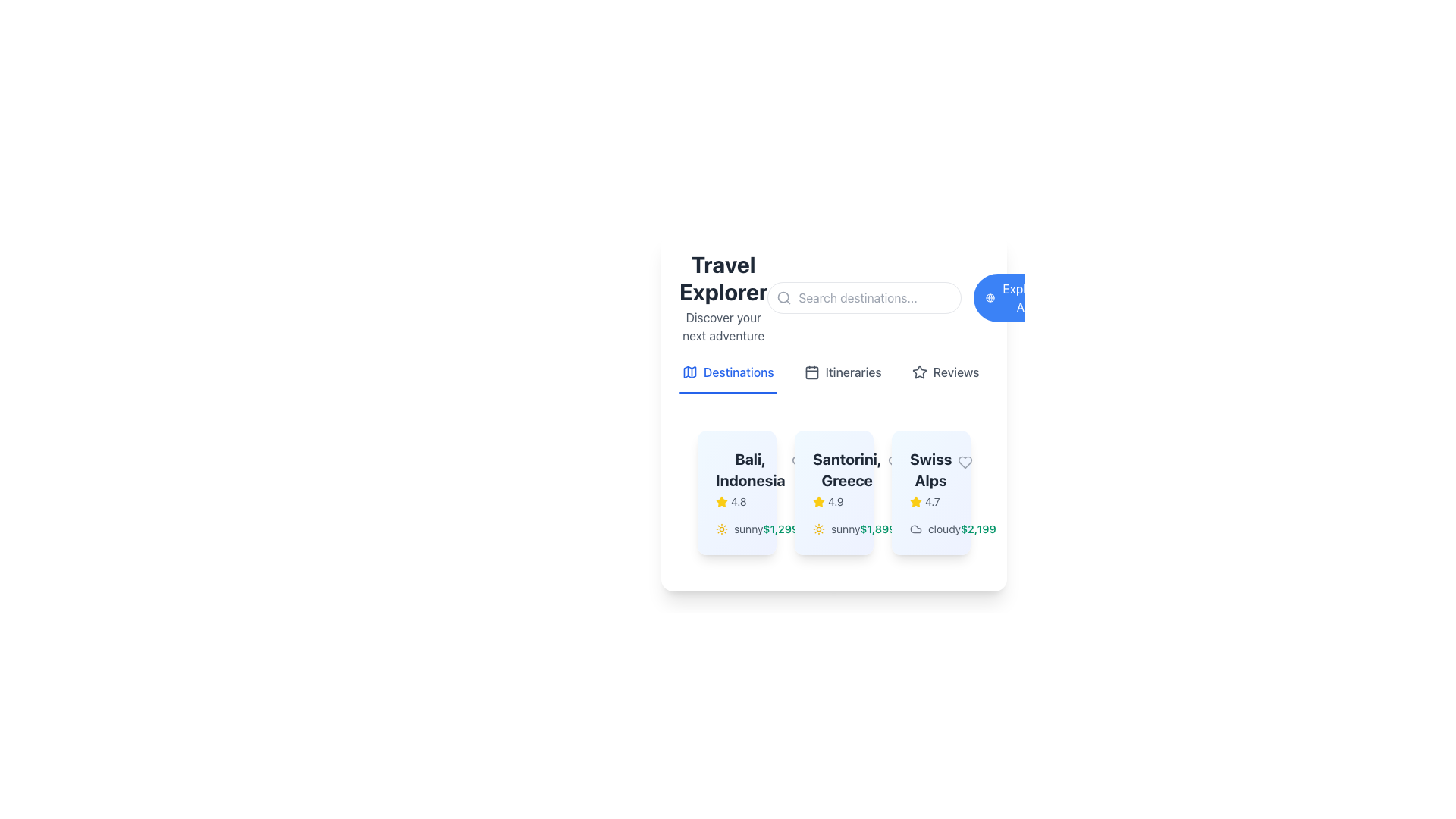  I want to click on the text label representing the title or name of the location in the bottom-right card of the horizontal list of destination cards, so click(930, 469).